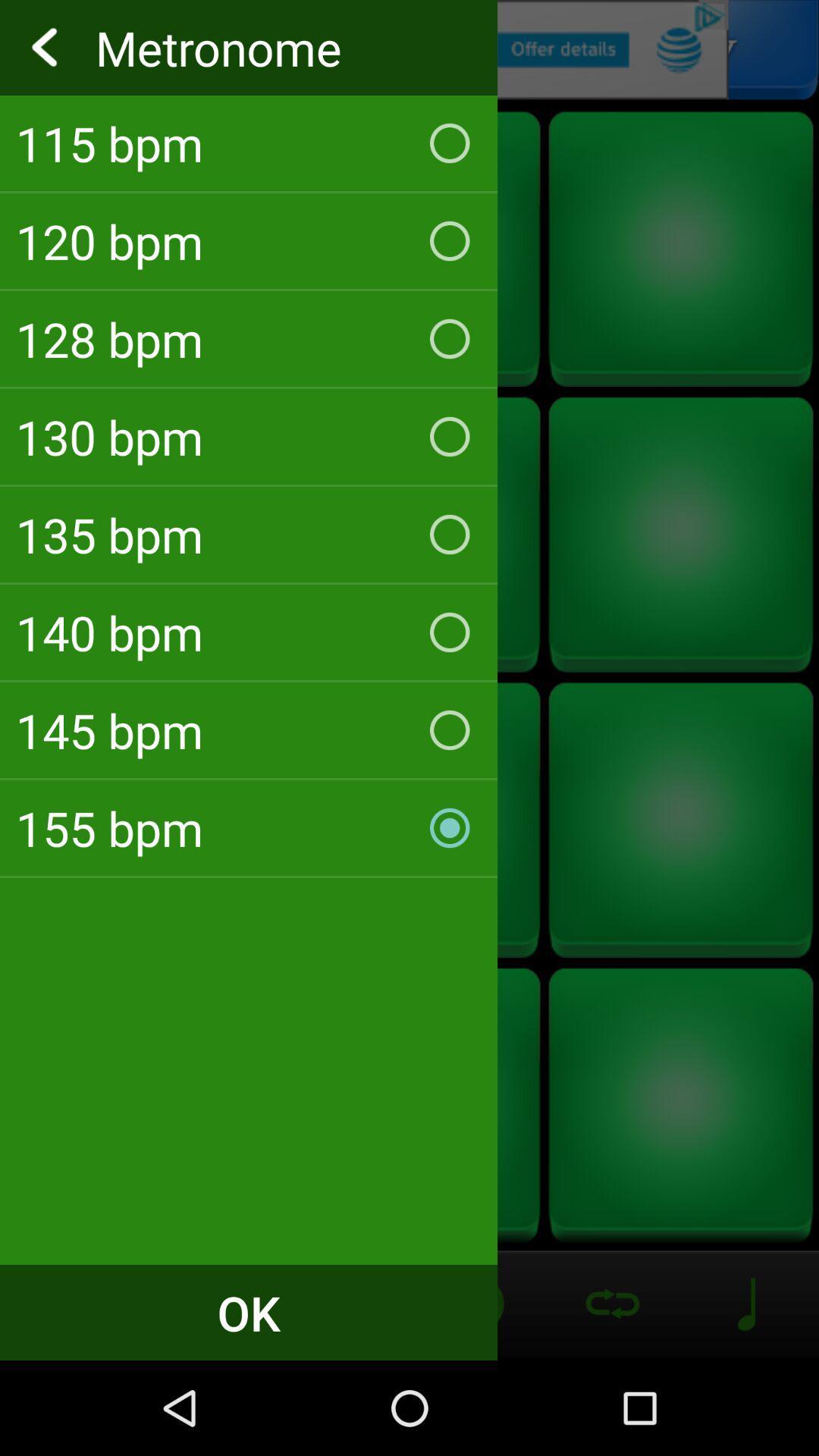 The width and height of the screenshot is (819, 1456). I want to click on the 130 bpm icon, so click(248, 436).